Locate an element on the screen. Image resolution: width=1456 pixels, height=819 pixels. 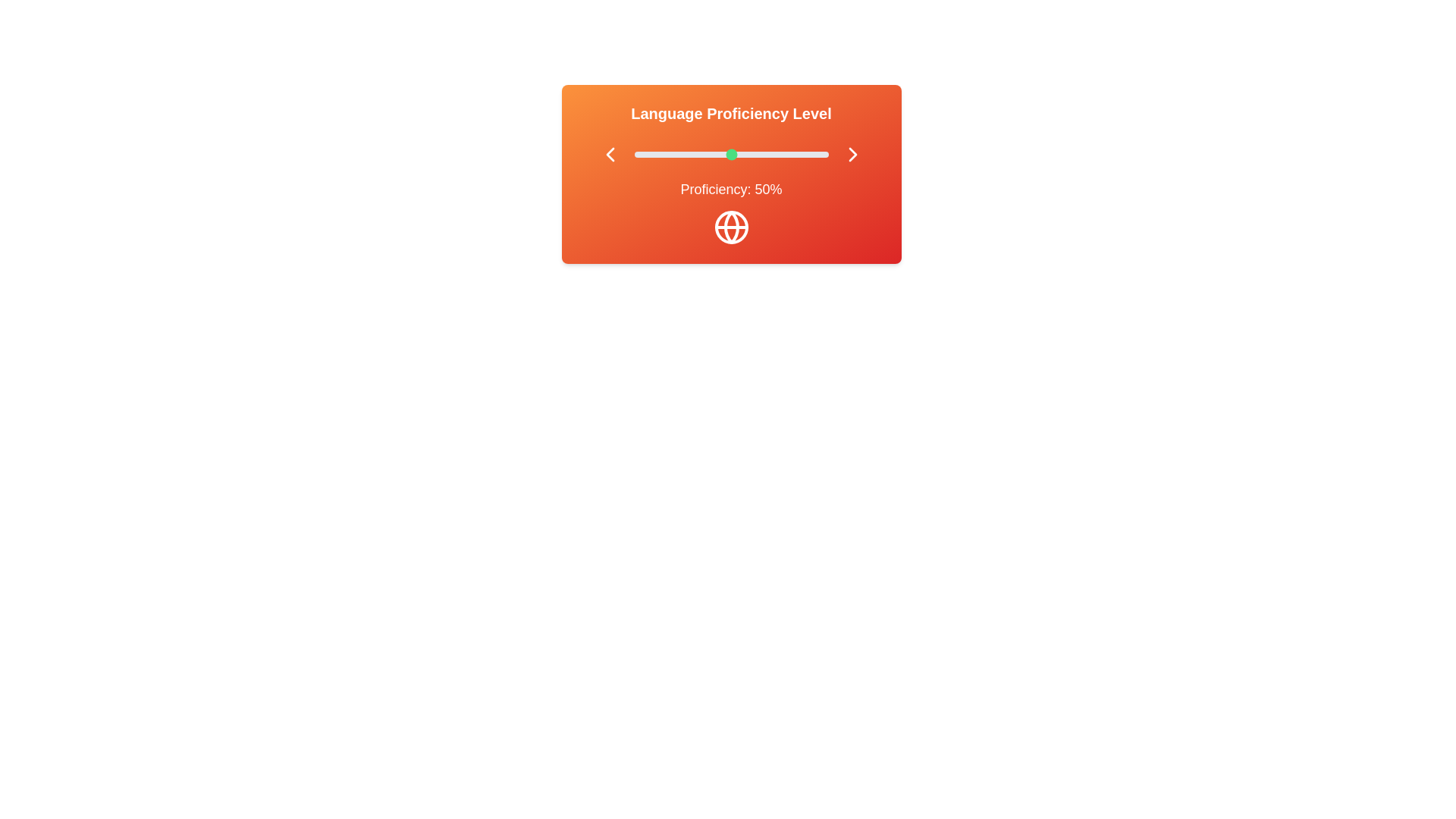
the proficiency level to 43% by adjusting the slider is located at coordinates (717, 155).